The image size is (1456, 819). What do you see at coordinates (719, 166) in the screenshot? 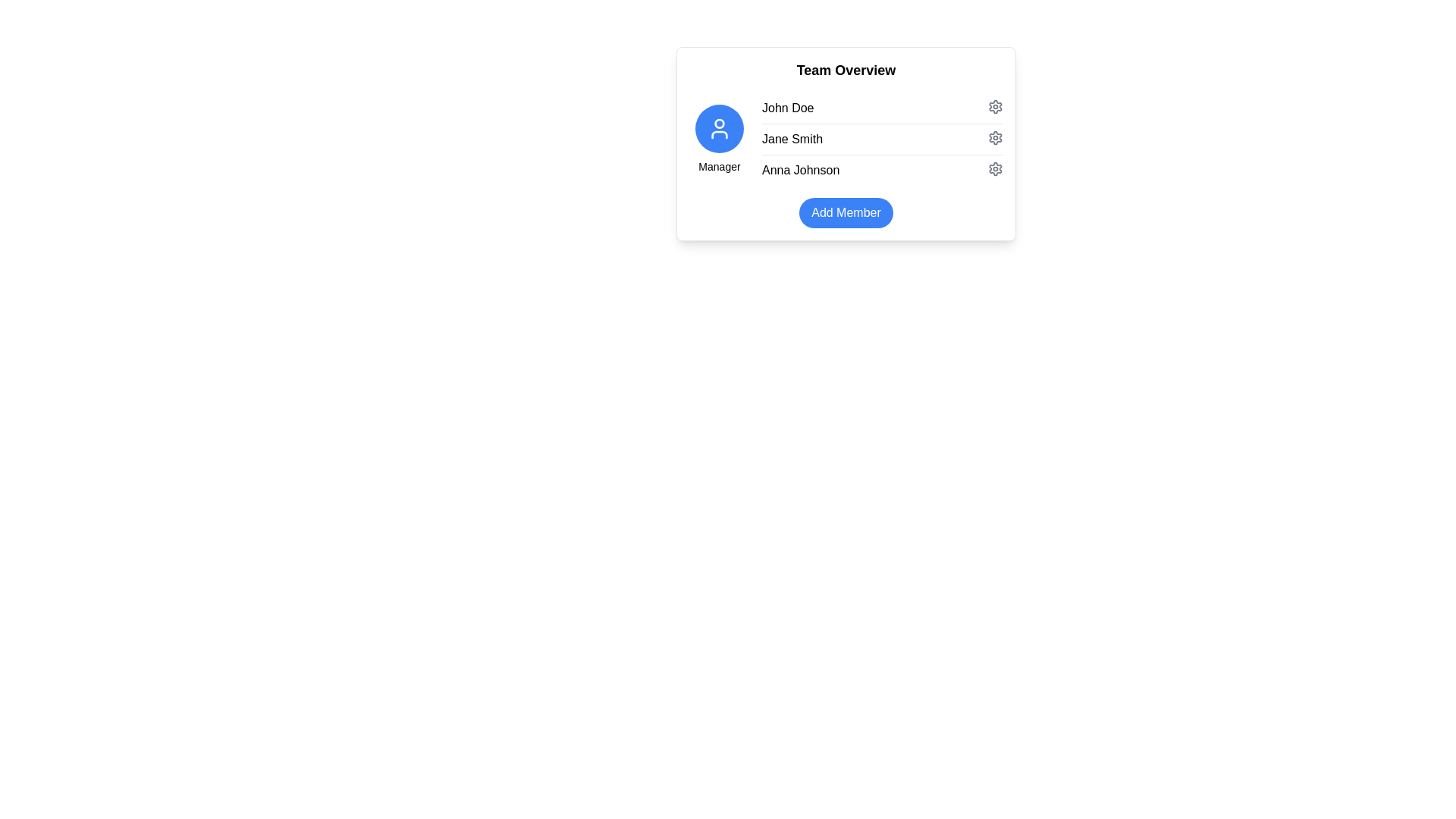
I see `the 'Manager' text label located under the circular blue user icon in the 'Team Overview' card` at bounding box center [719, 166].